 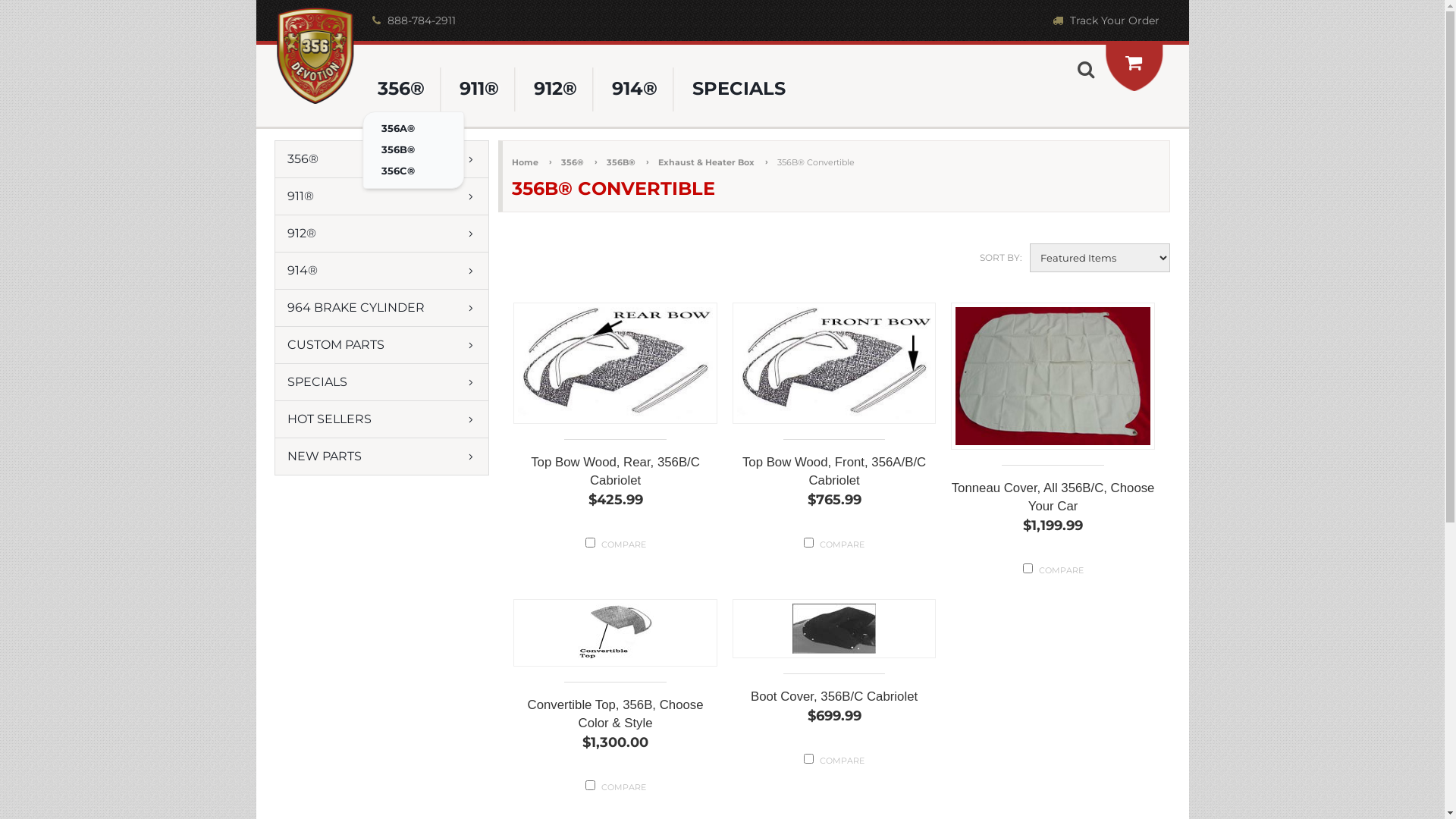 What do you see at coordinates (1028, 568) in the screenshot?
I see `'2016'` at bounding box center [1028, 568].